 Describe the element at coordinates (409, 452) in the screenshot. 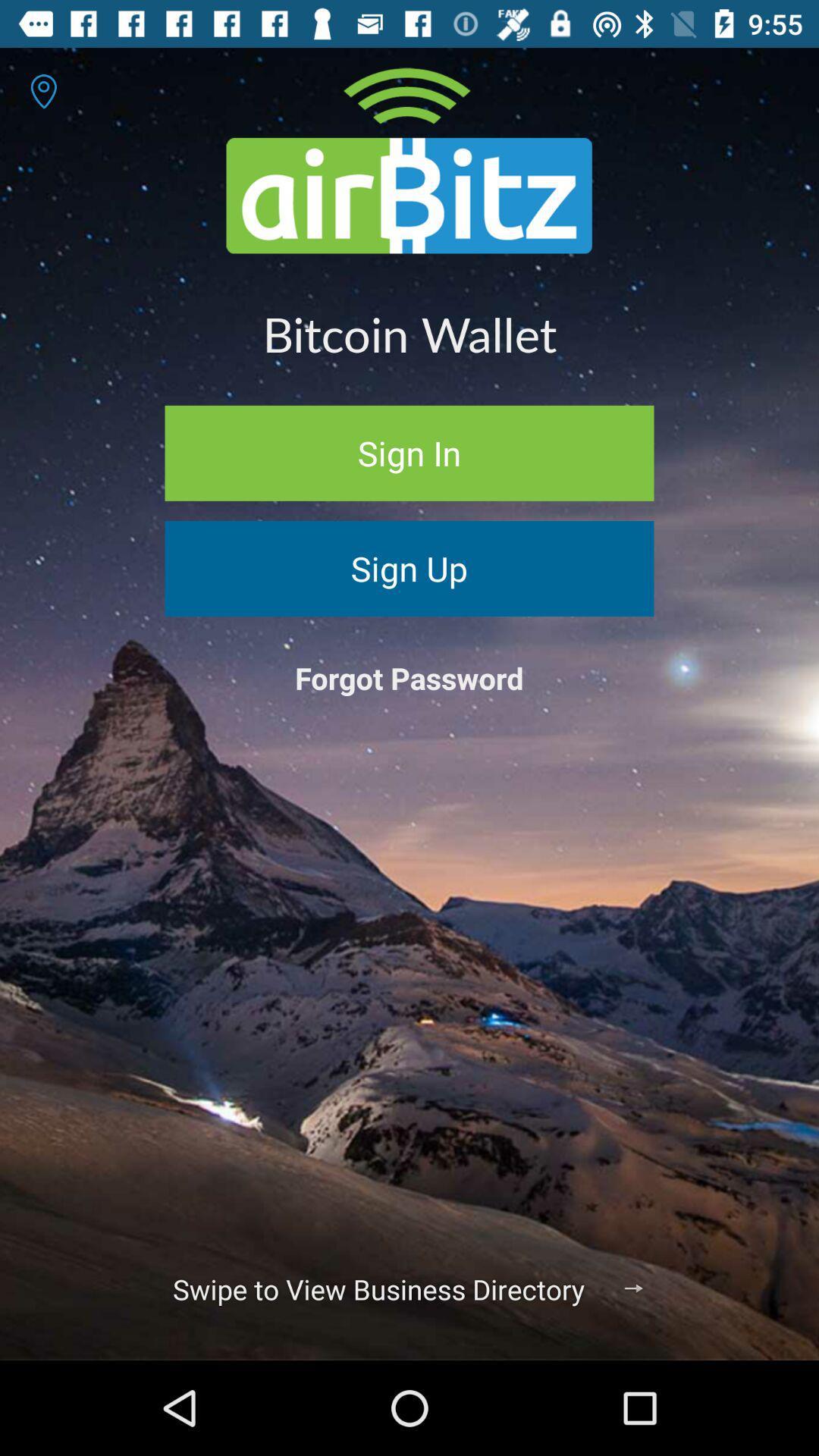

I see `sign in icon` at that location.